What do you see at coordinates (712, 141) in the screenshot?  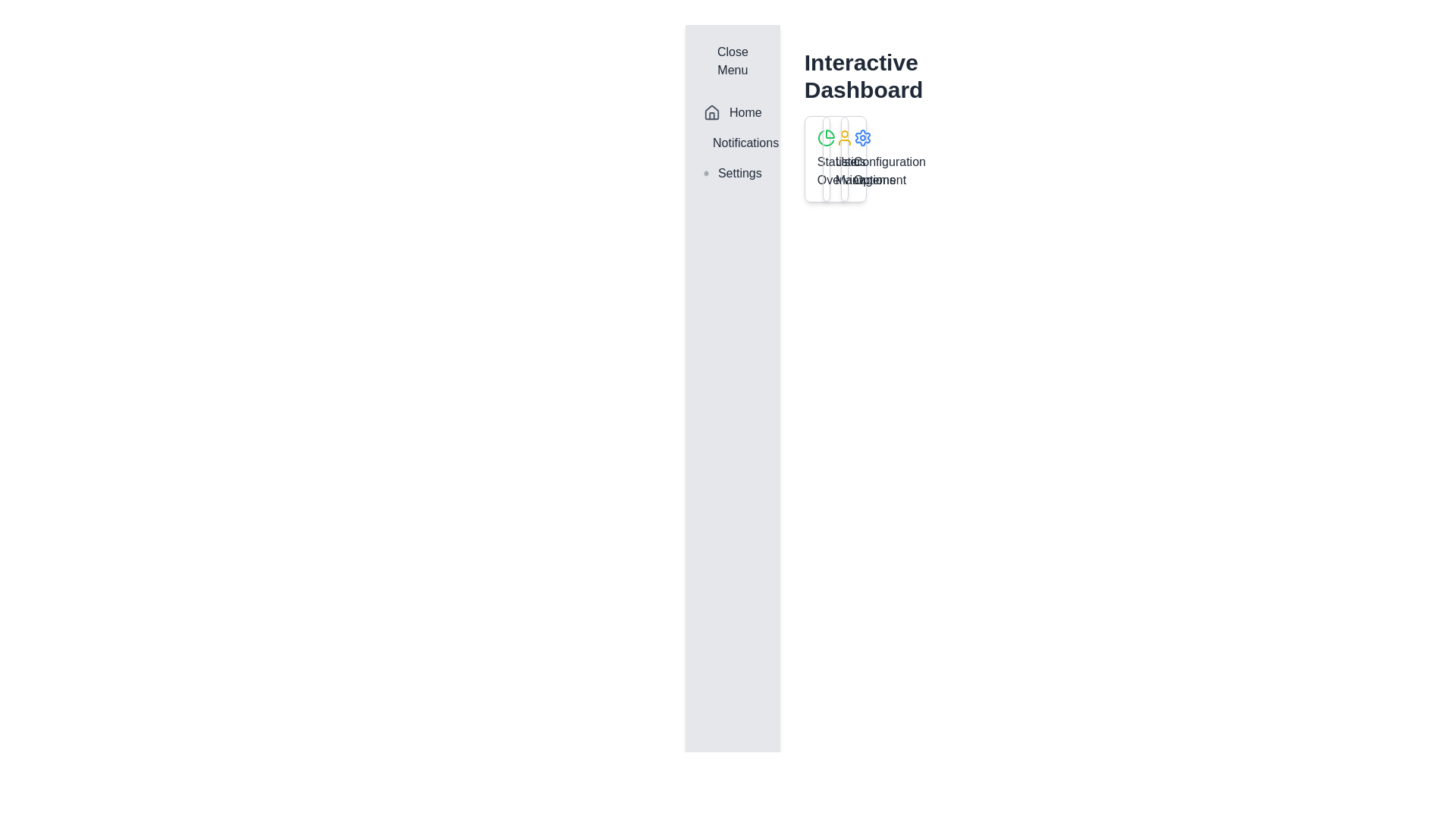 I see `the bell-shaped notification icon located in the sidebar, which is styled with a gray line color and positioned between the 'Home' and 'Settings' items` at bounding box center [712, 141].